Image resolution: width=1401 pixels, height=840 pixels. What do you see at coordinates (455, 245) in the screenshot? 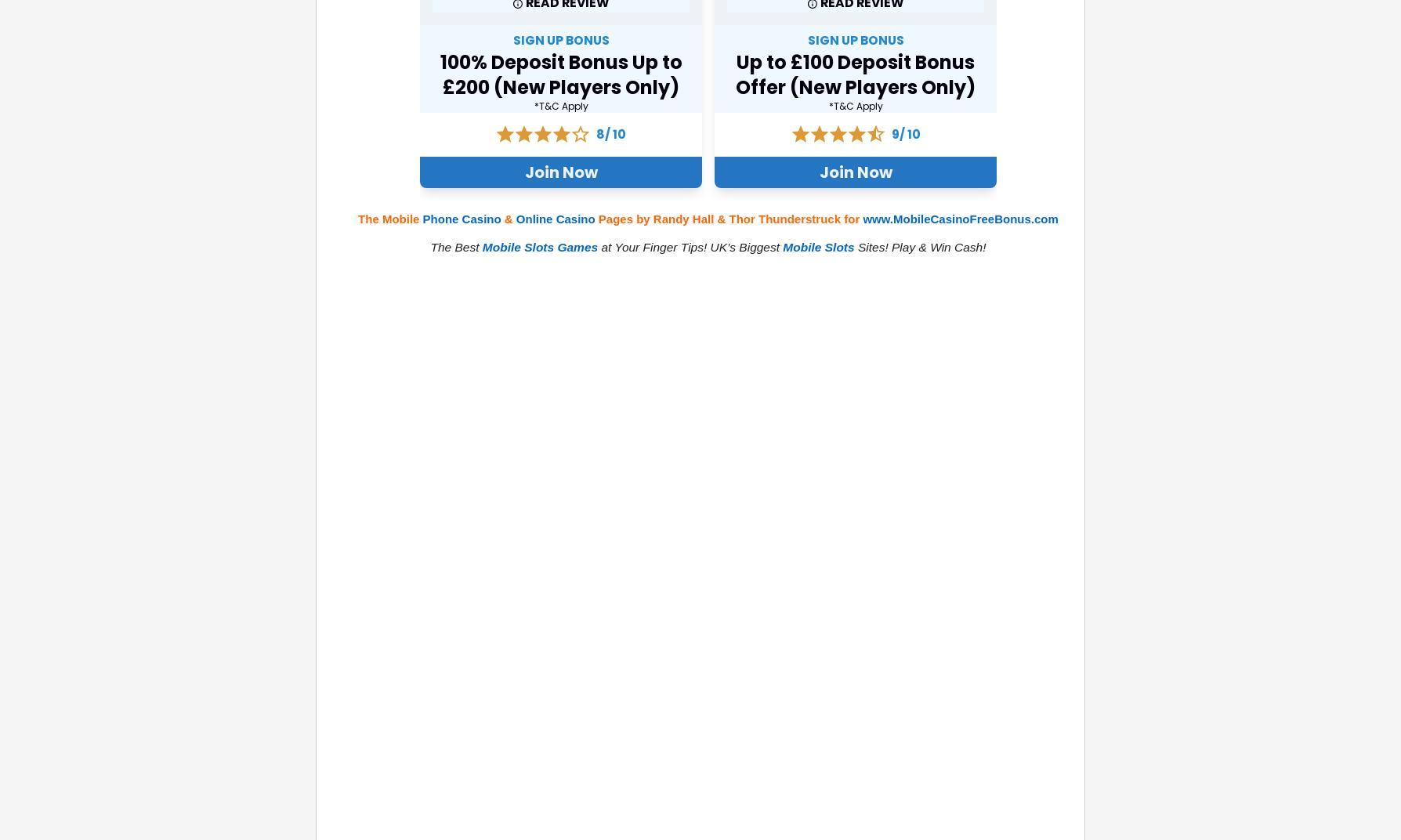
I see `'The Best'` at bounding box center [455, 245].